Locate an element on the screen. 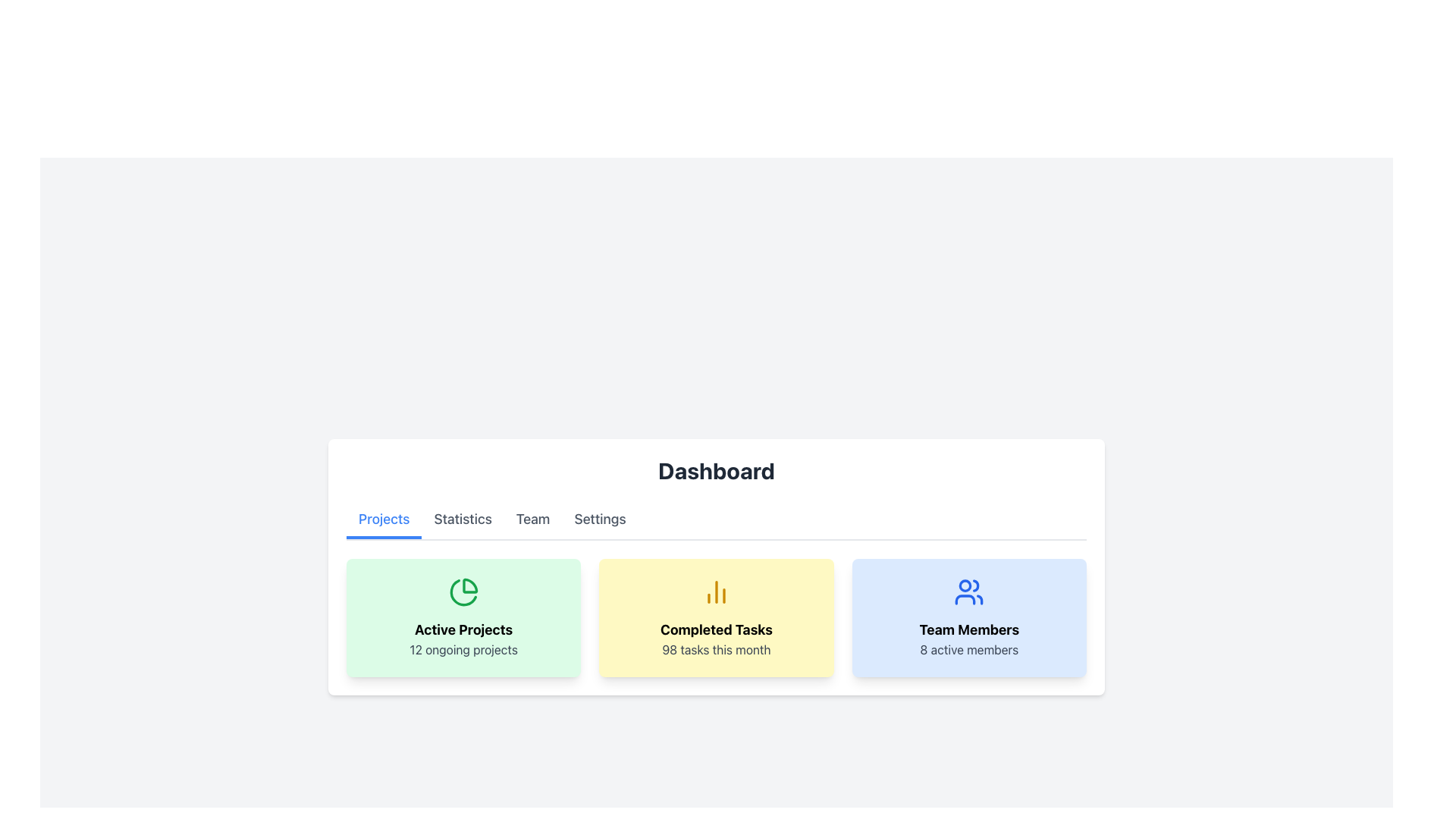 This screenshot has width=1456, height=819. the Illustrative Icon representing completed tasks, which is located in the 'Completed Tasks' card, positioned above the text 'Completed Tasks' and '98 tasks this month.' is located at coordinates (716, 591).